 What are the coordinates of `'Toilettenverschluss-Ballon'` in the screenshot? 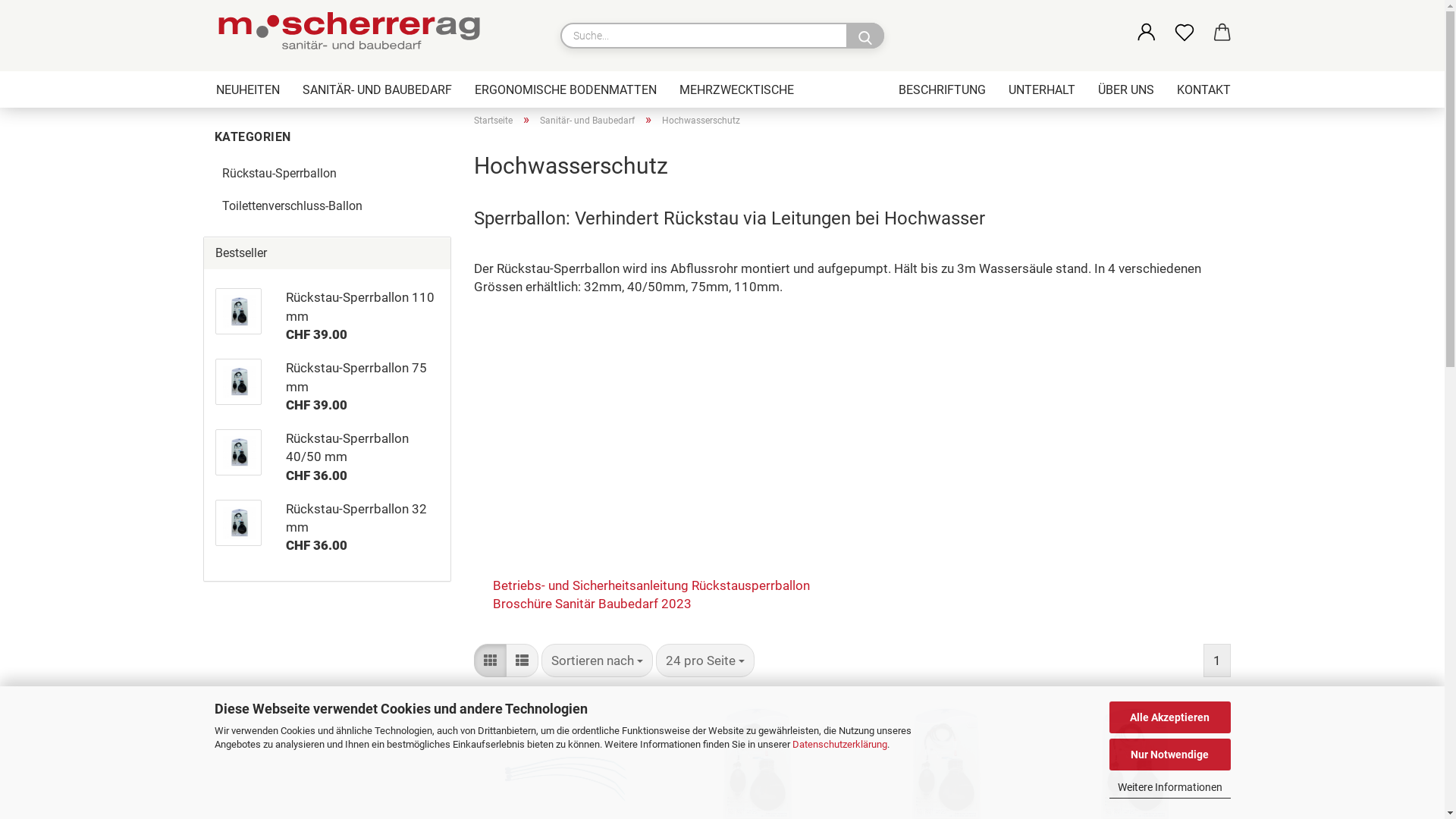 It's located at (213, 206).